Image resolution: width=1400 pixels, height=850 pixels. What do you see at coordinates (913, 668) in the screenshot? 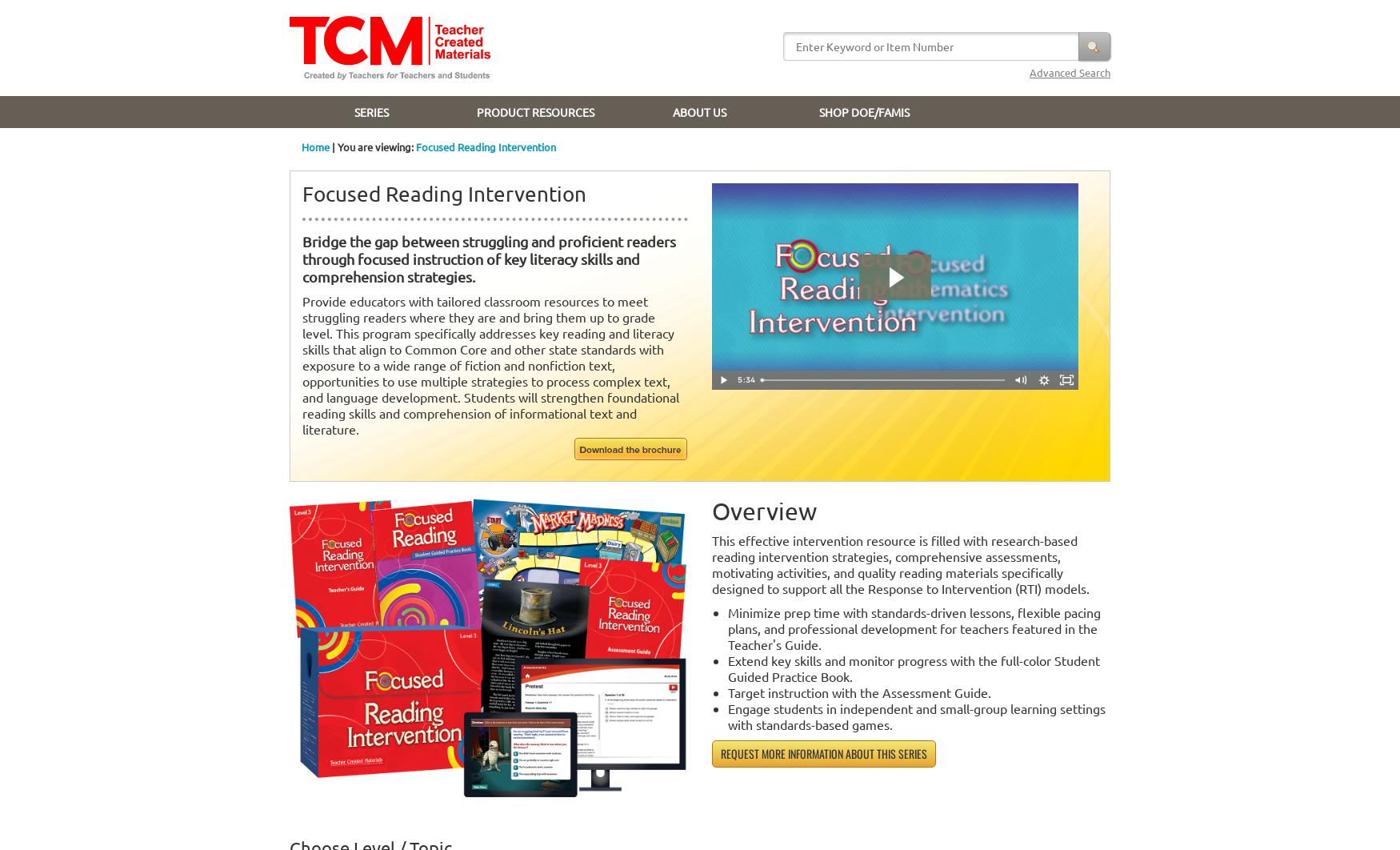
I see `'Extend key skills and monitor progress with the full-color Student Guided Practice Book.'` at bounding box center [913, 668].